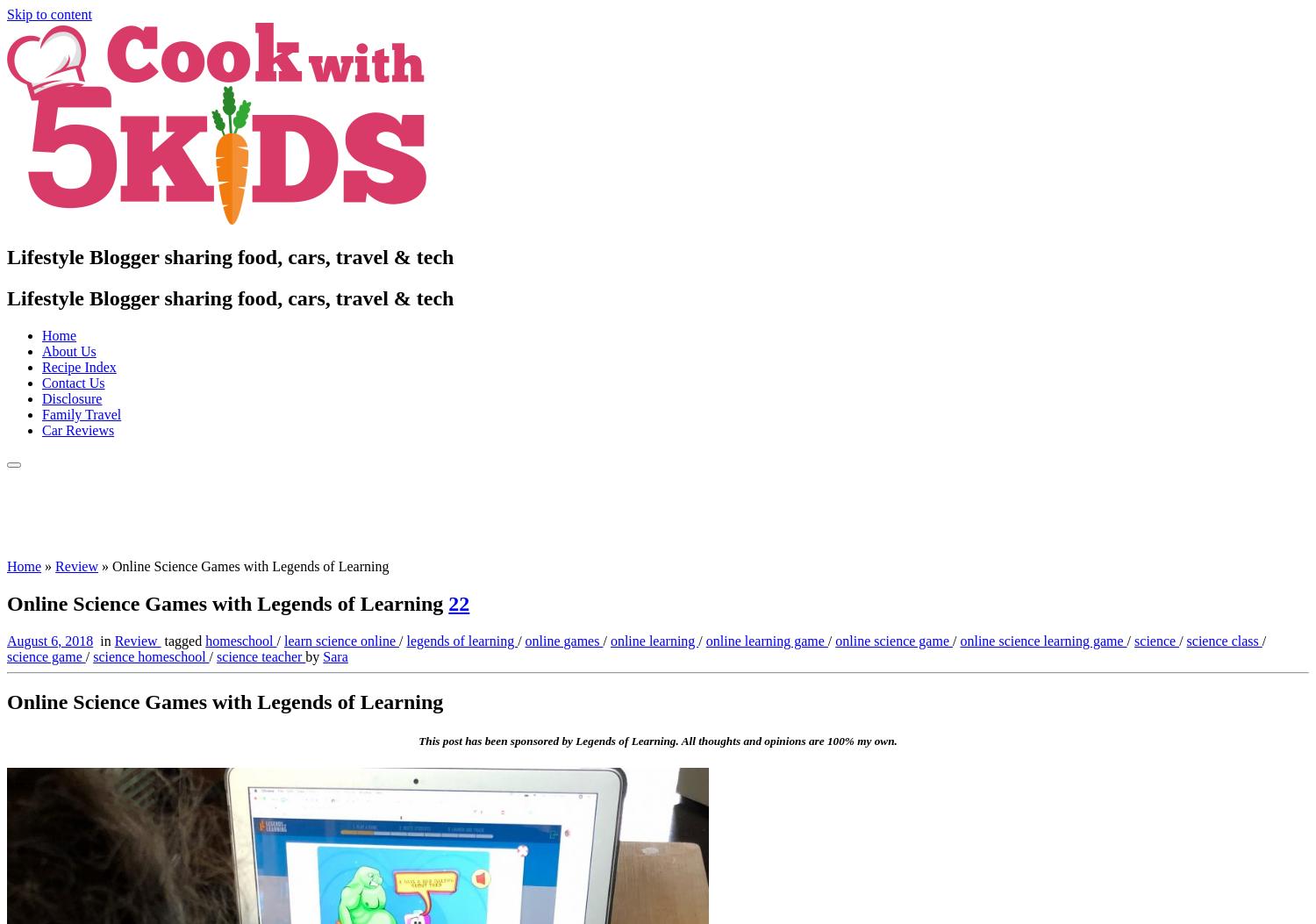 The image size is (1316, 924). Describe the element at coordinates (563, 639) in the screenshot. I see `'online games'` at that location.